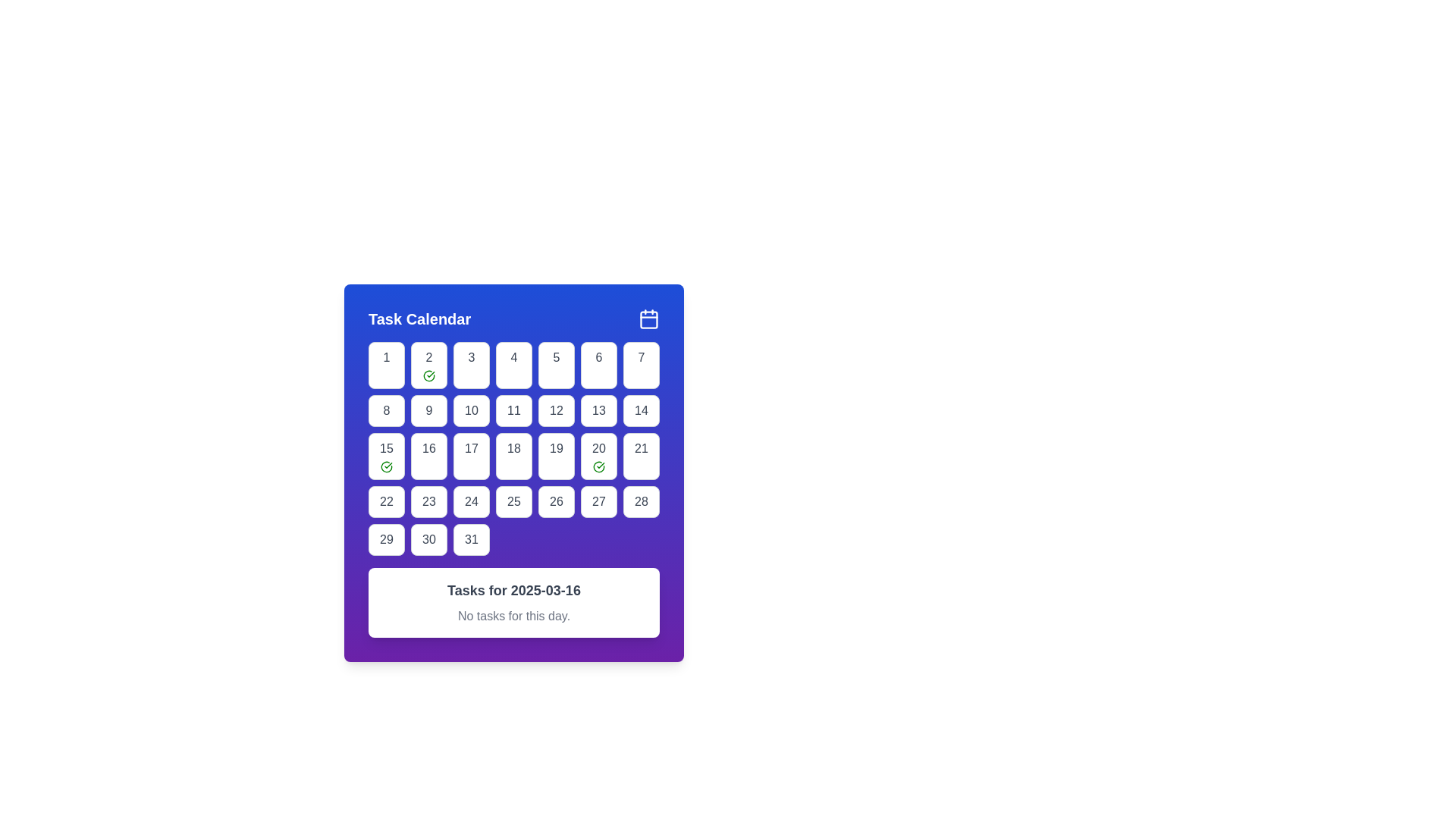  Describe the element at coordinates (428, 455) in the screenshot. I see `the day selection cell displaying '16' in the 'Task Calendar', located in the third row and third column of the grid layout` at that location.